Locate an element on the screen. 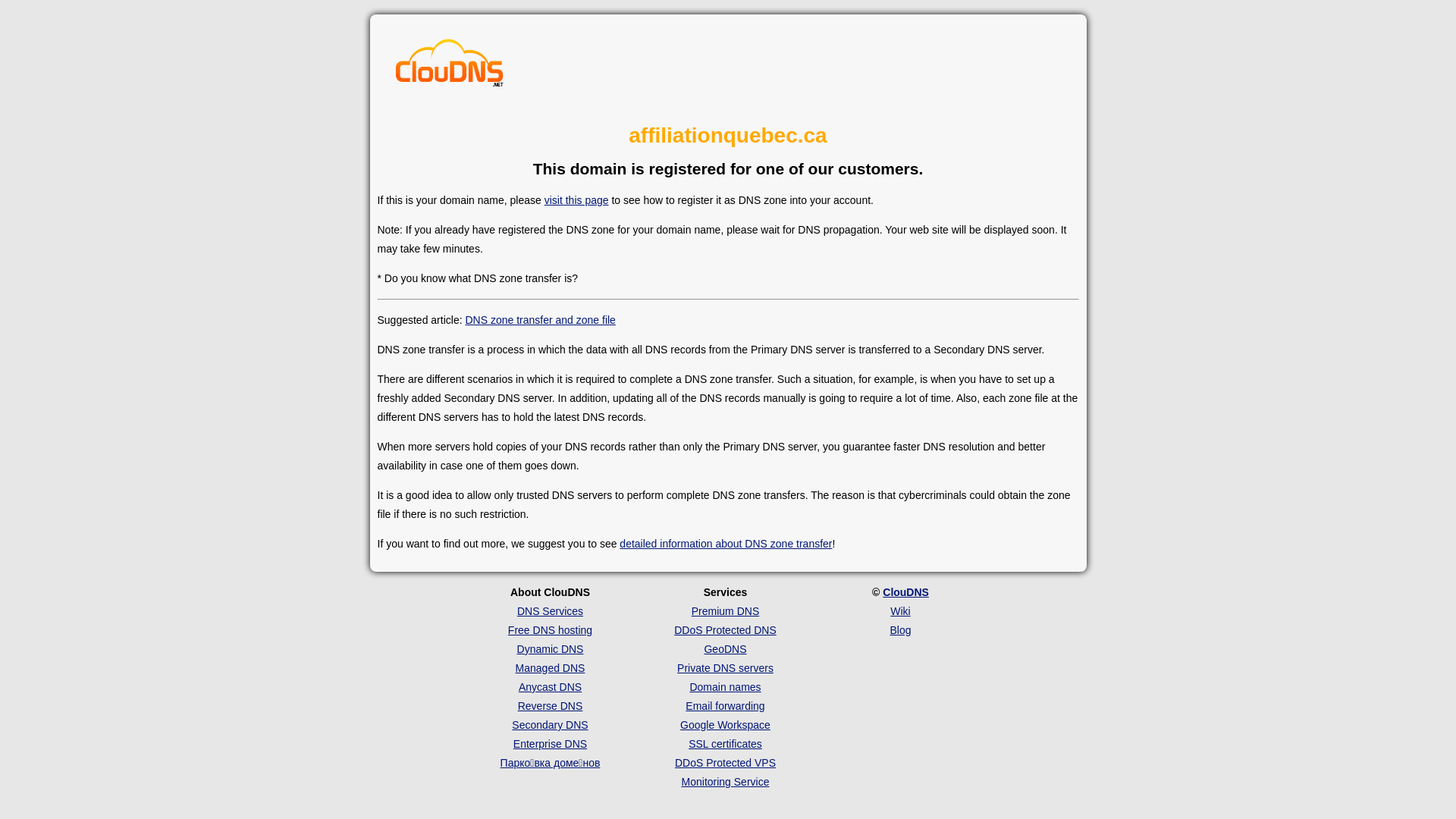  'detailed information about DNS zone transfer' is located at coordinates (724, 543).